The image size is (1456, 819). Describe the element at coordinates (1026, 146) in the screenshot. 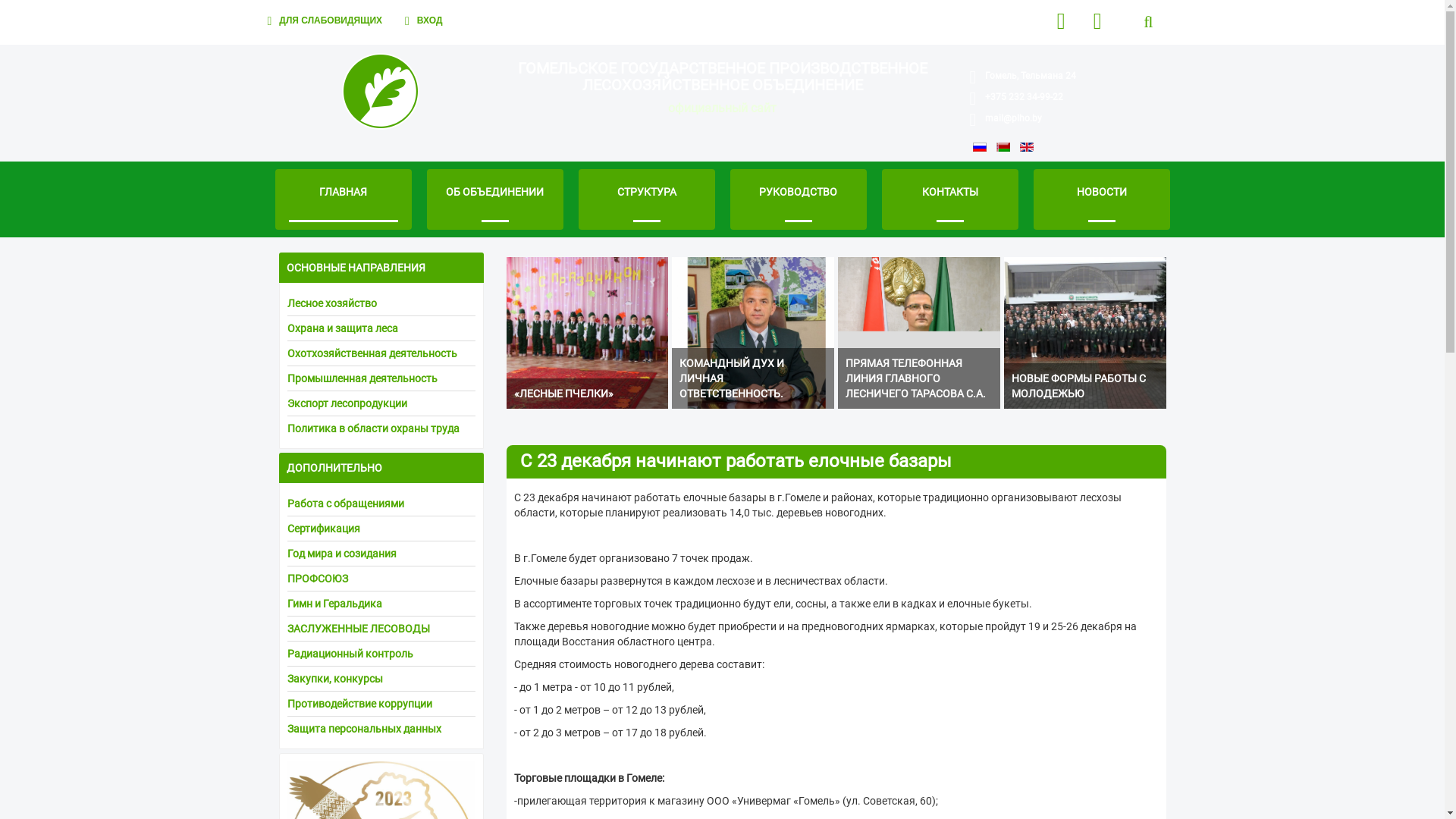

I see `'English (United Kingdom)'` at that location.